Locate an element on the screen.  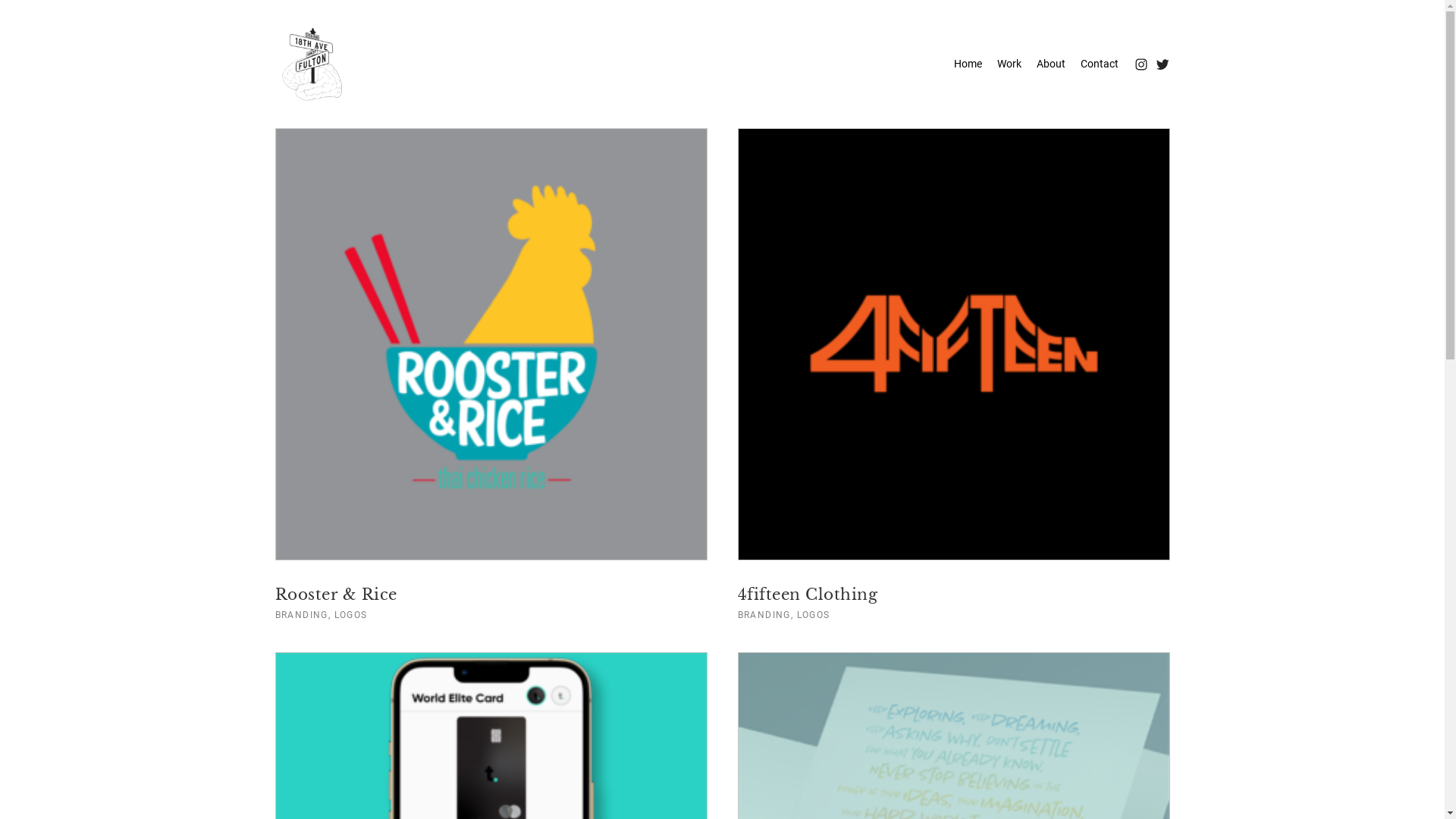
'LOGOS' is located at coordinates (350, 614).